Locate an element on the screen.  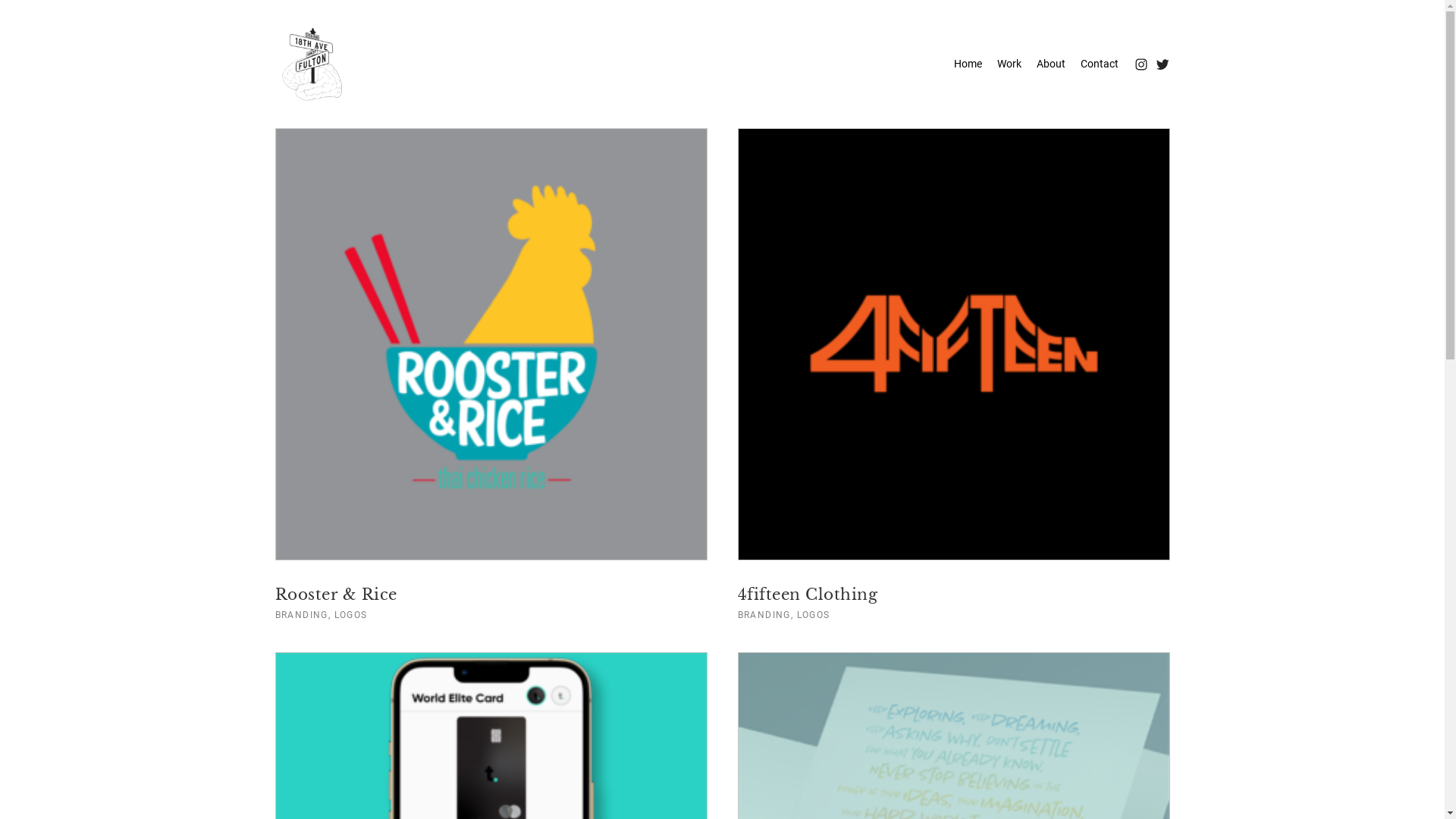
'LOGOS' is located at coordinates (350, 614).